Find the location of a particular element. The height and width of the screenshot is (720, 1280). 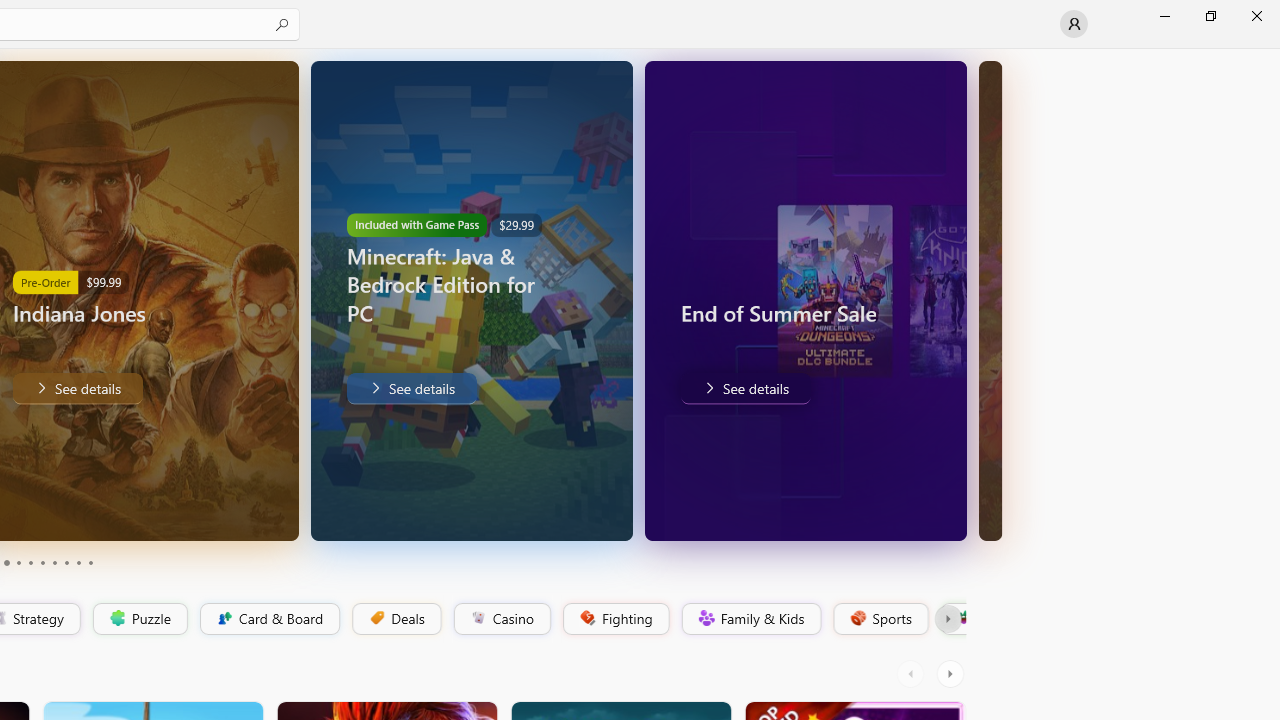

'Fighting' is located at coordinates (614, 618).